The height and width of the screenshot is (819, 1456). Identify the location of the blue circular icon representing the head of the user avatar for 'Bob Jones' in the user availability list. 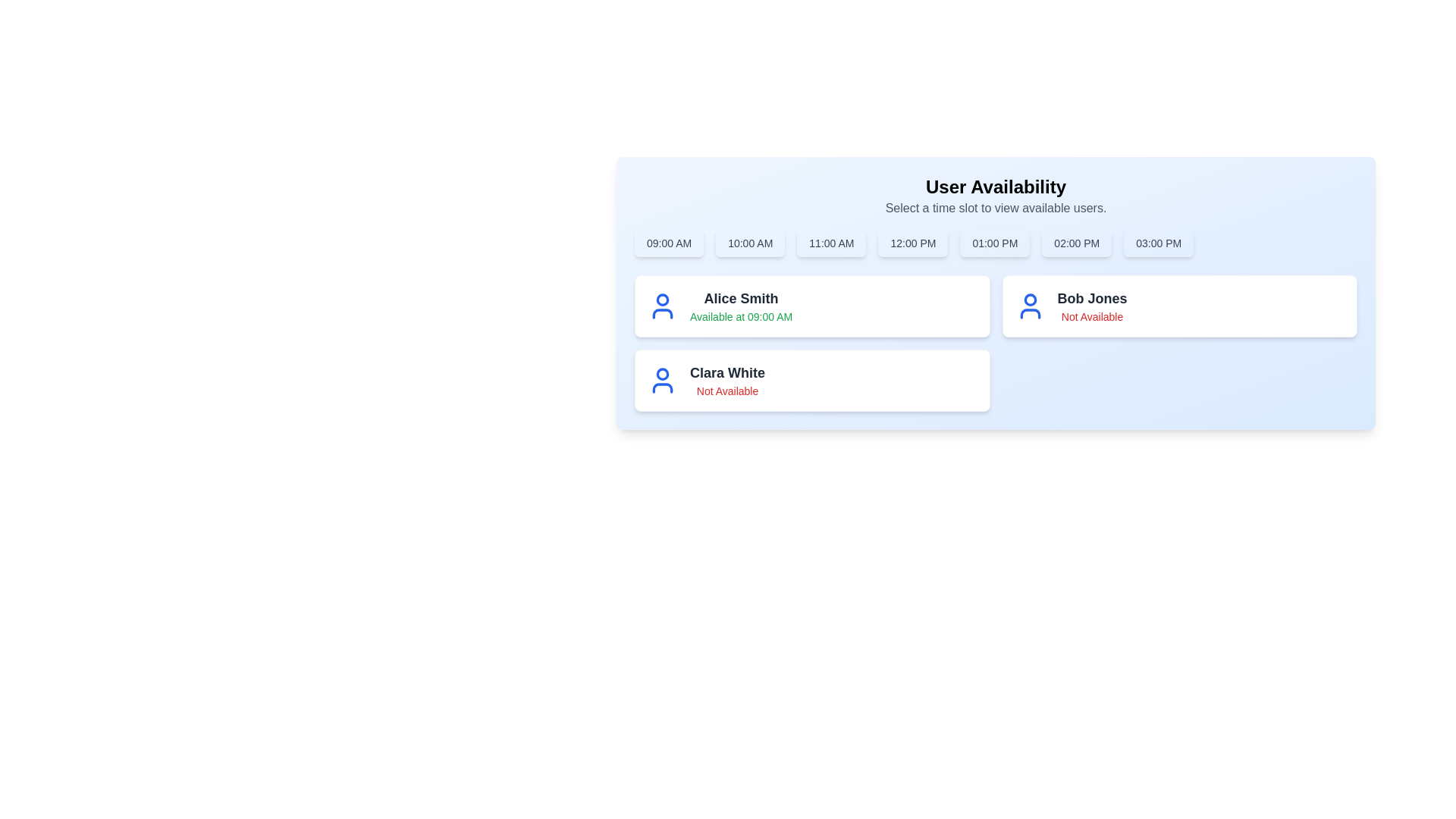
(1030, 300).